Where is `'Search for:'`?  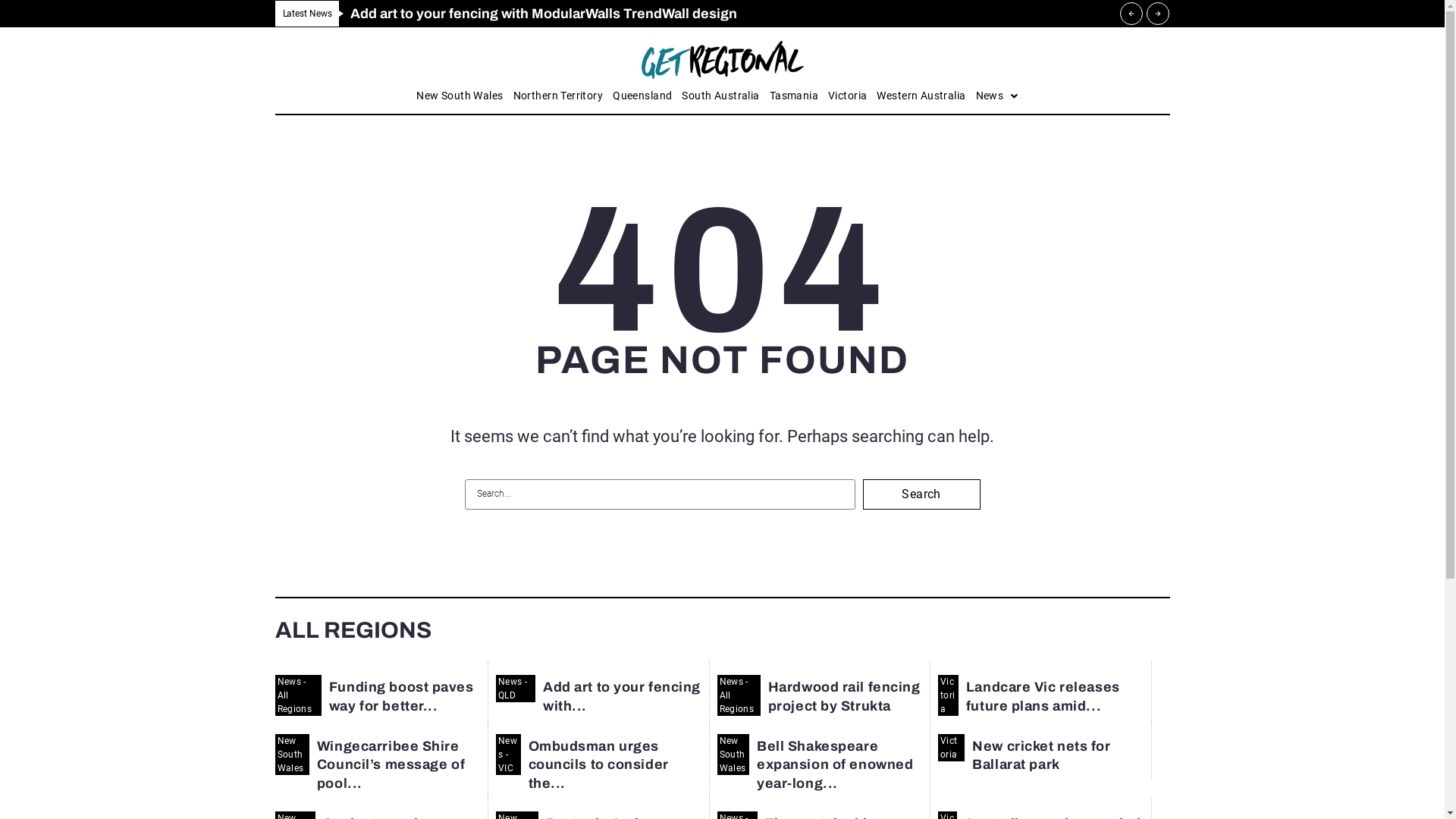 'Search for:' is located at coordinates (659, 494).